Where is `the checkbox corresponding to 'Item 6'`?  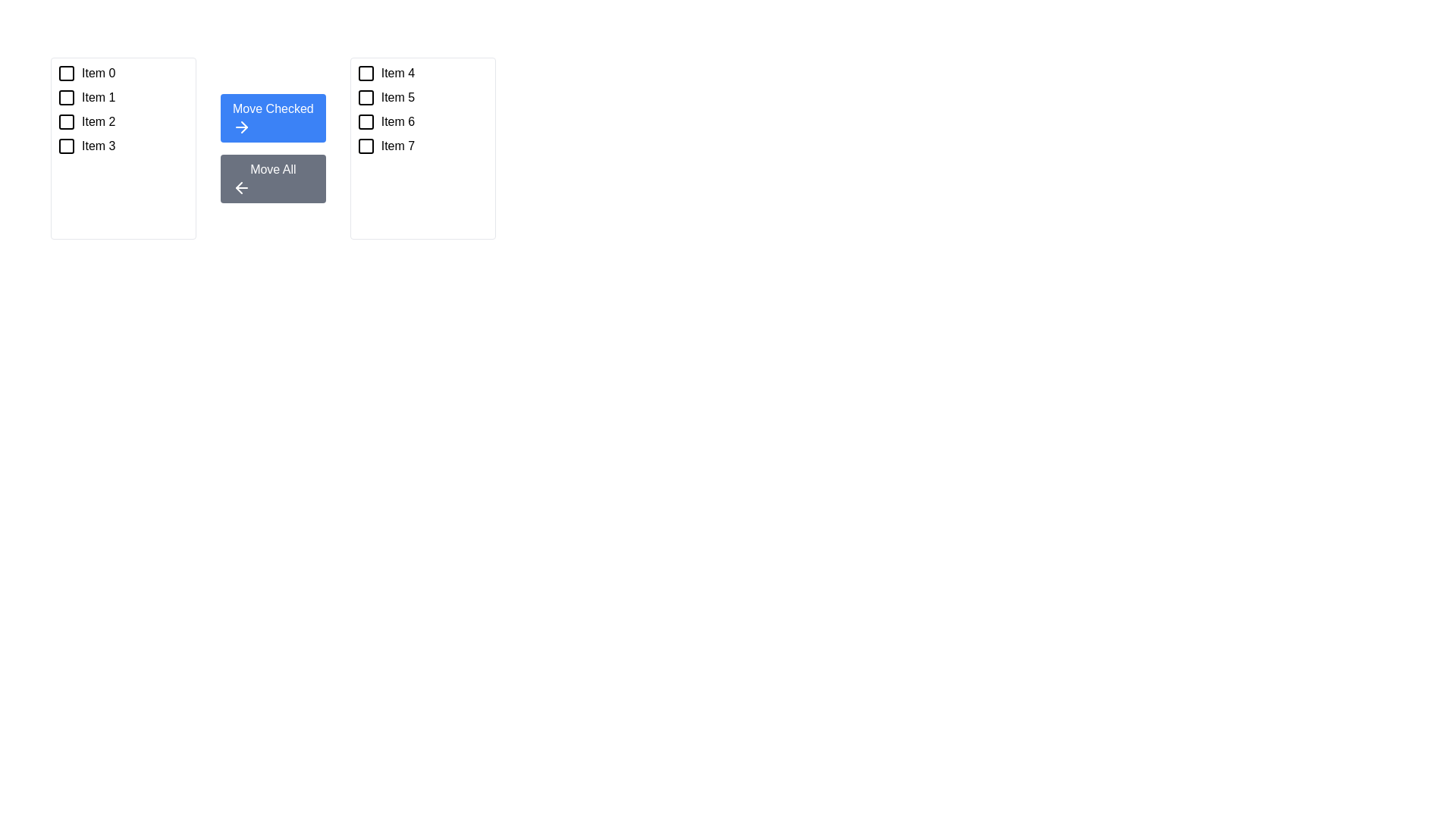 the checkbox corresponding to 'Item 6' is located at coordinates (366, 121).